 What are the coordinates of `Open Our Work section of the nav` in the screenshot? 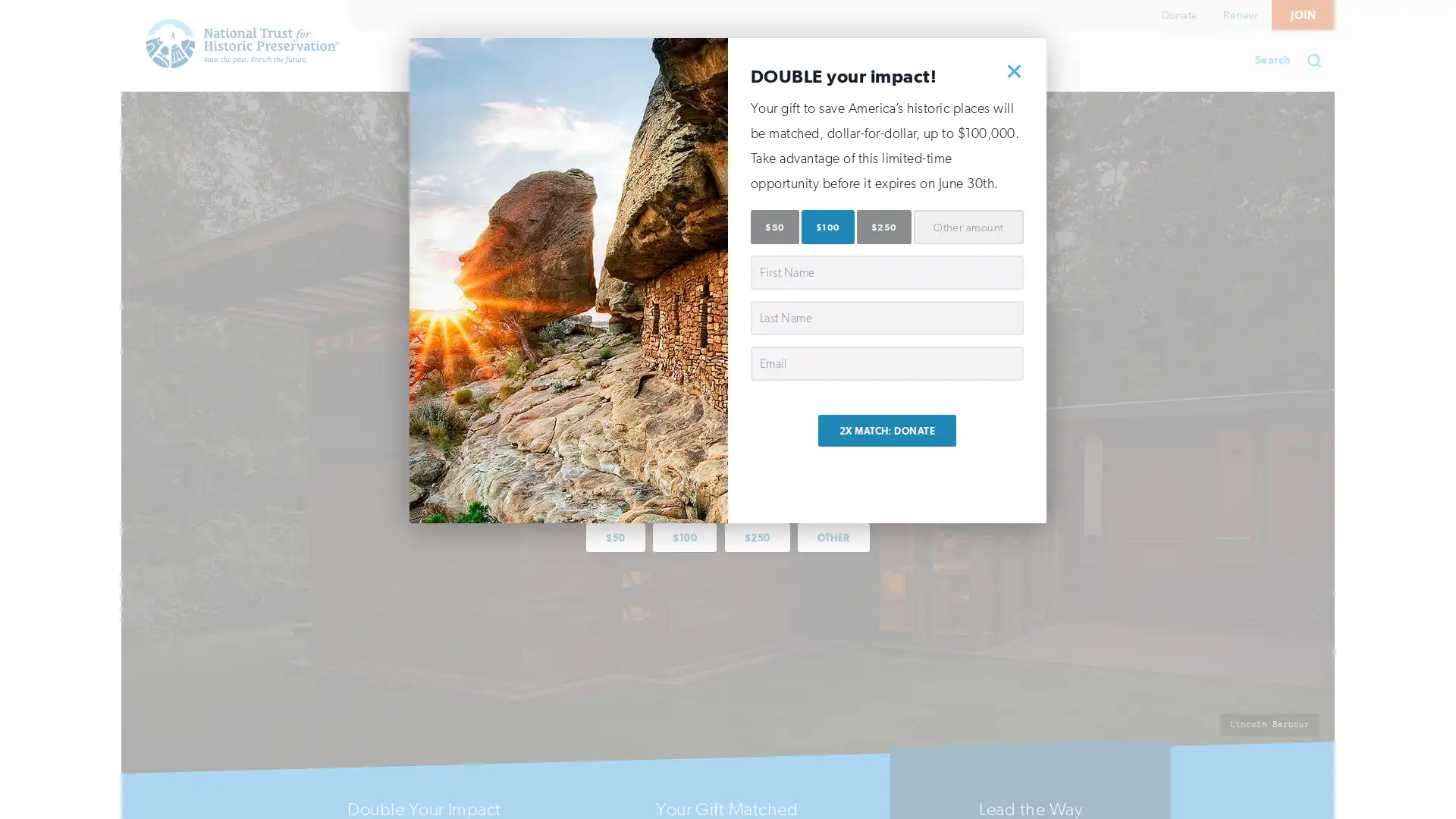 It's located at (739, 60).